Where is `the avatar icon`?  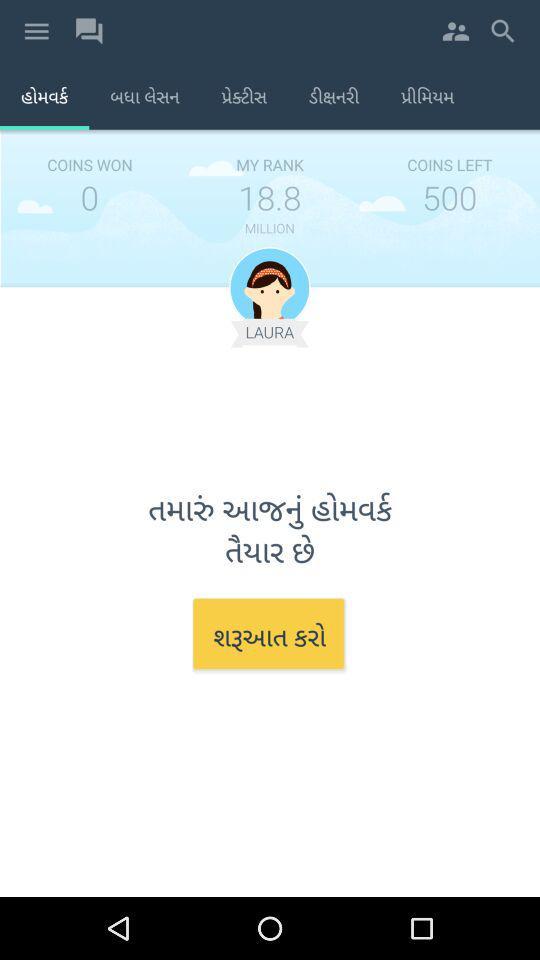 the avatar icon is located at coordinates (269, 307).